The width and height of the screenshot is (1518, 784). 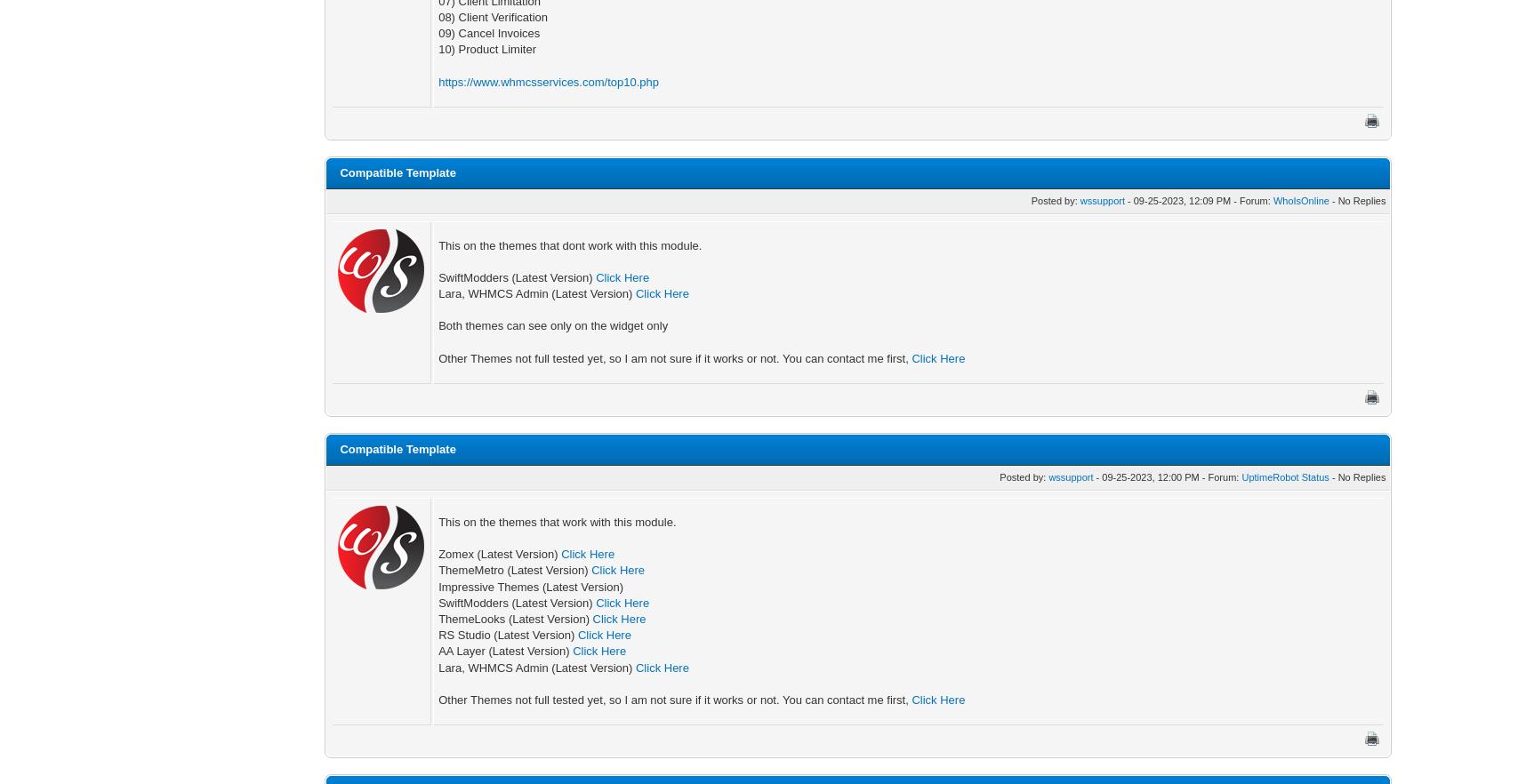 What do you see at coordinates (507, 635) in the screenshot?
I see `'RS Studio (Latest Version)'` at bounding box center [507, 635].